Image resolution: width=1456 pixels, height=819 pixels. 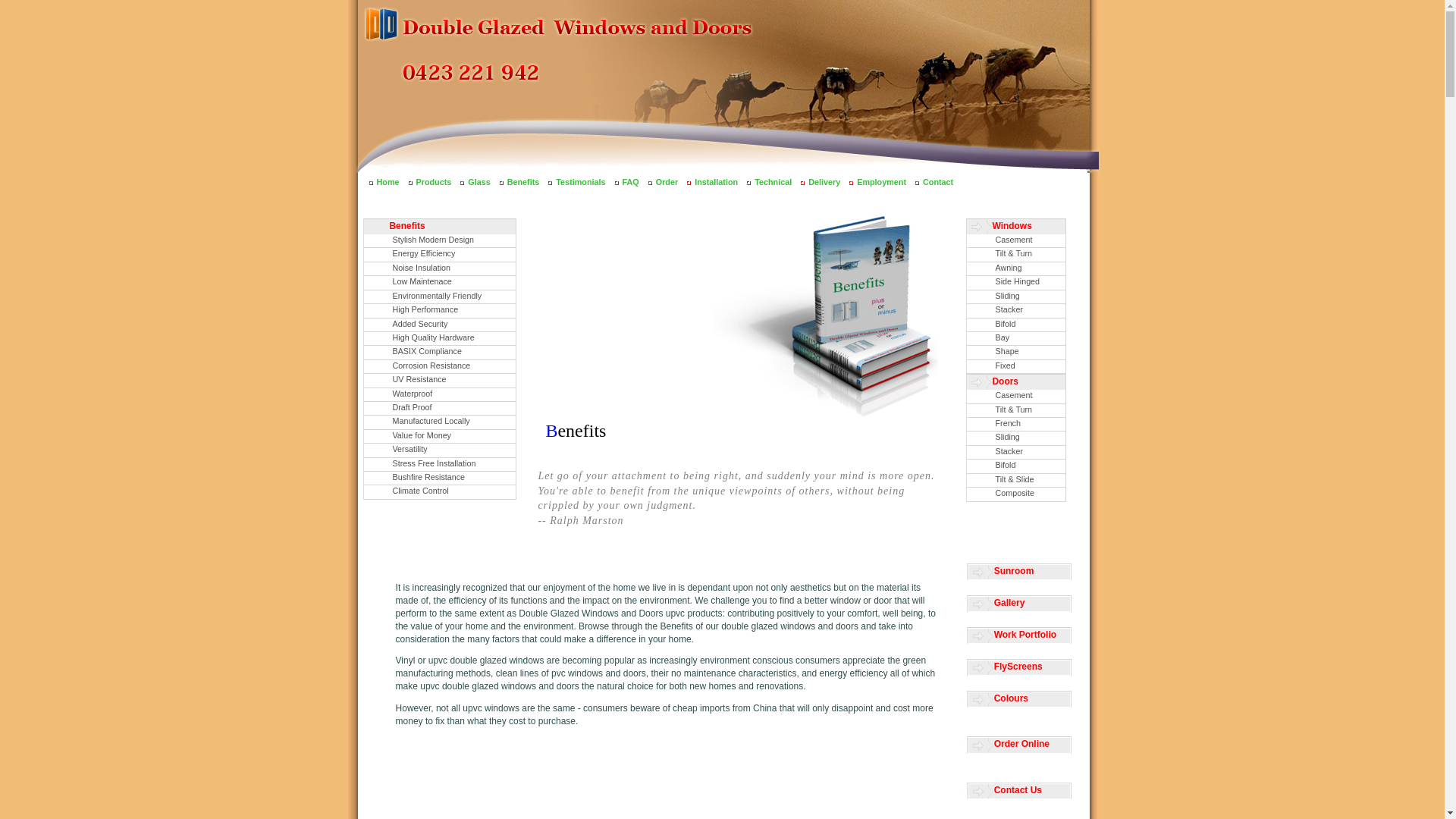 I want to click on 'High Performance', so click(x=439, y=309).